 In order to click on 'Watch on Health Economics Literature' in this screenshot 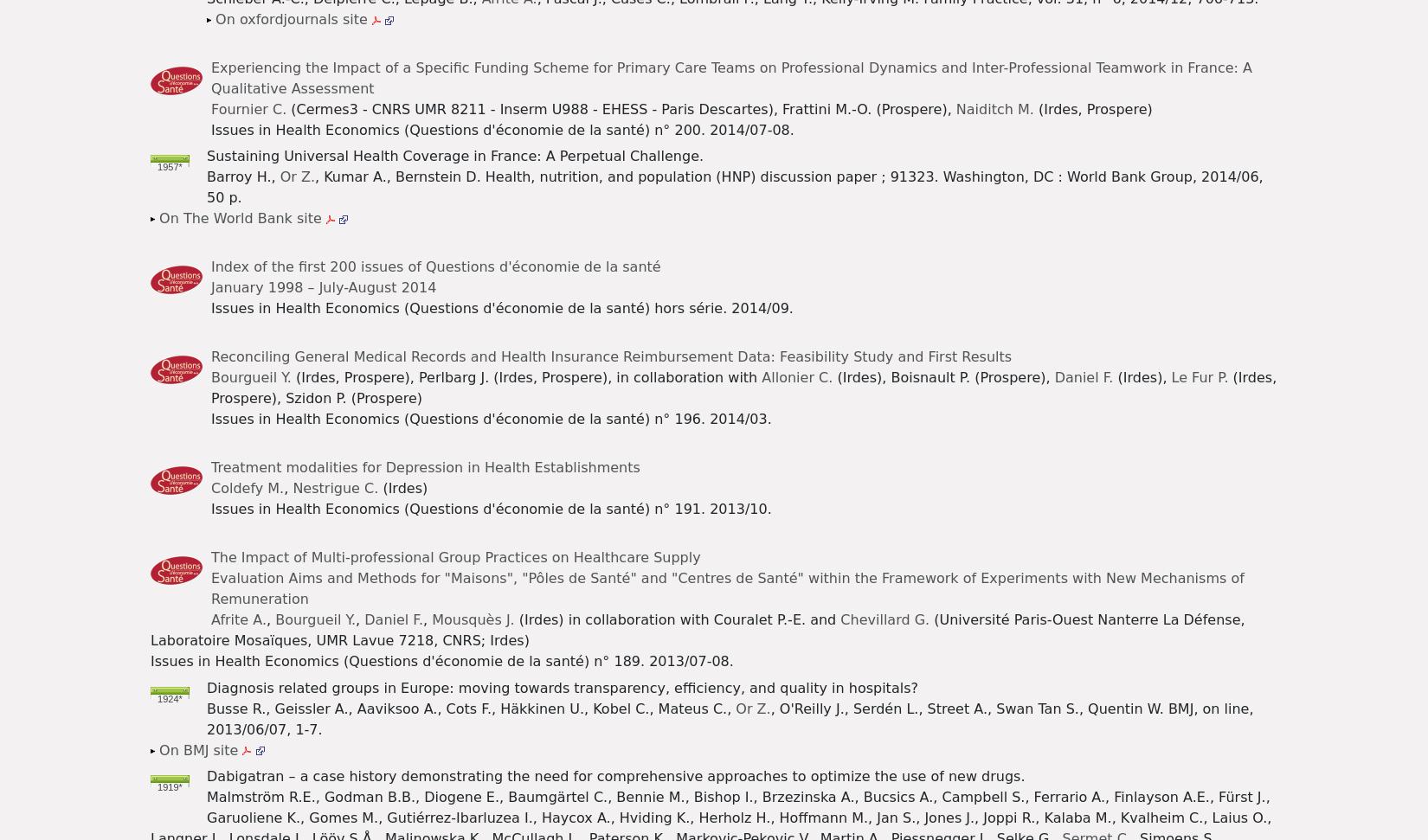, I will do `click(552, 101)`.